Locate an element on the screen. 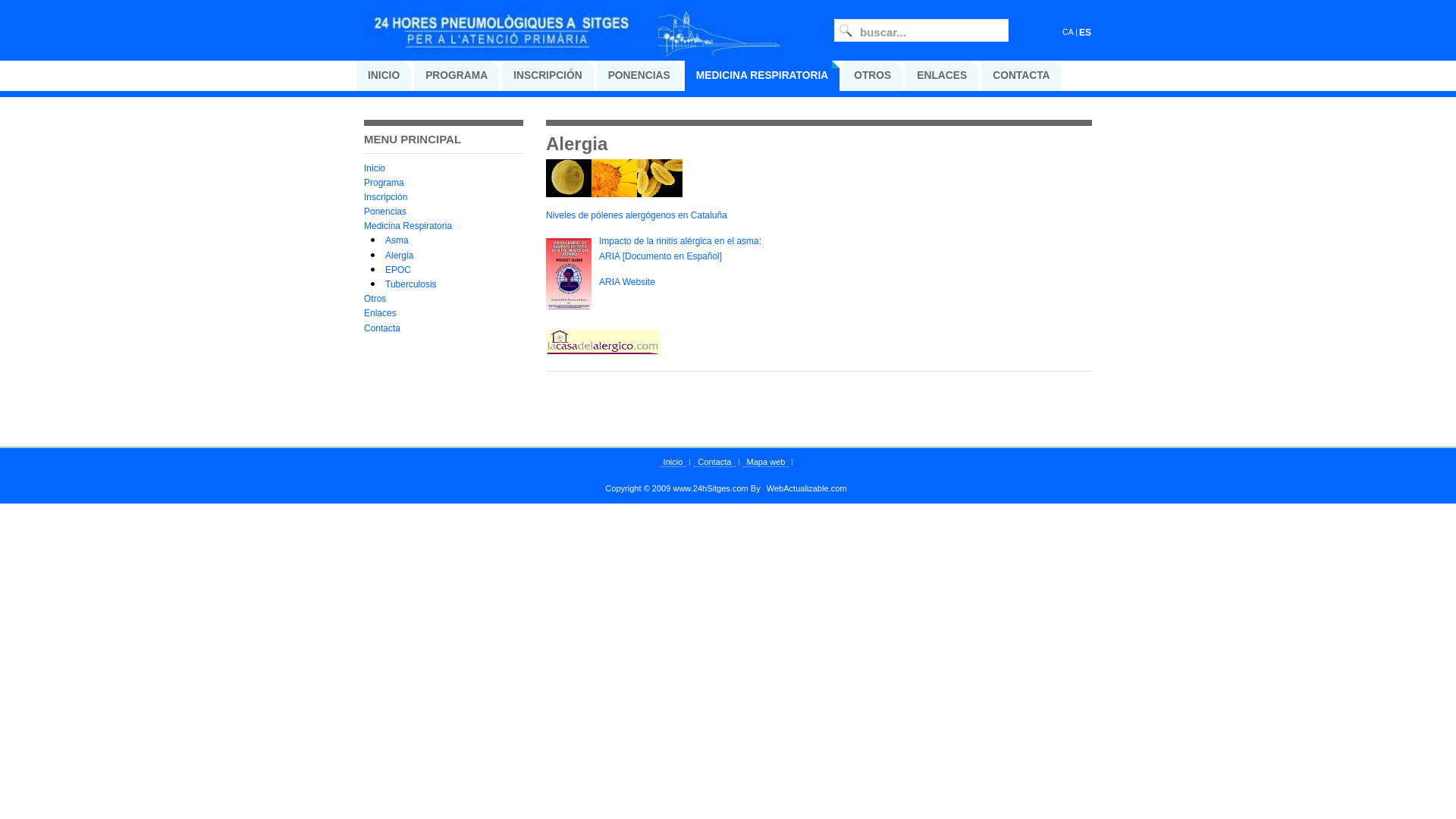  'PROGRAMA' is located at coordinates (455, 76).